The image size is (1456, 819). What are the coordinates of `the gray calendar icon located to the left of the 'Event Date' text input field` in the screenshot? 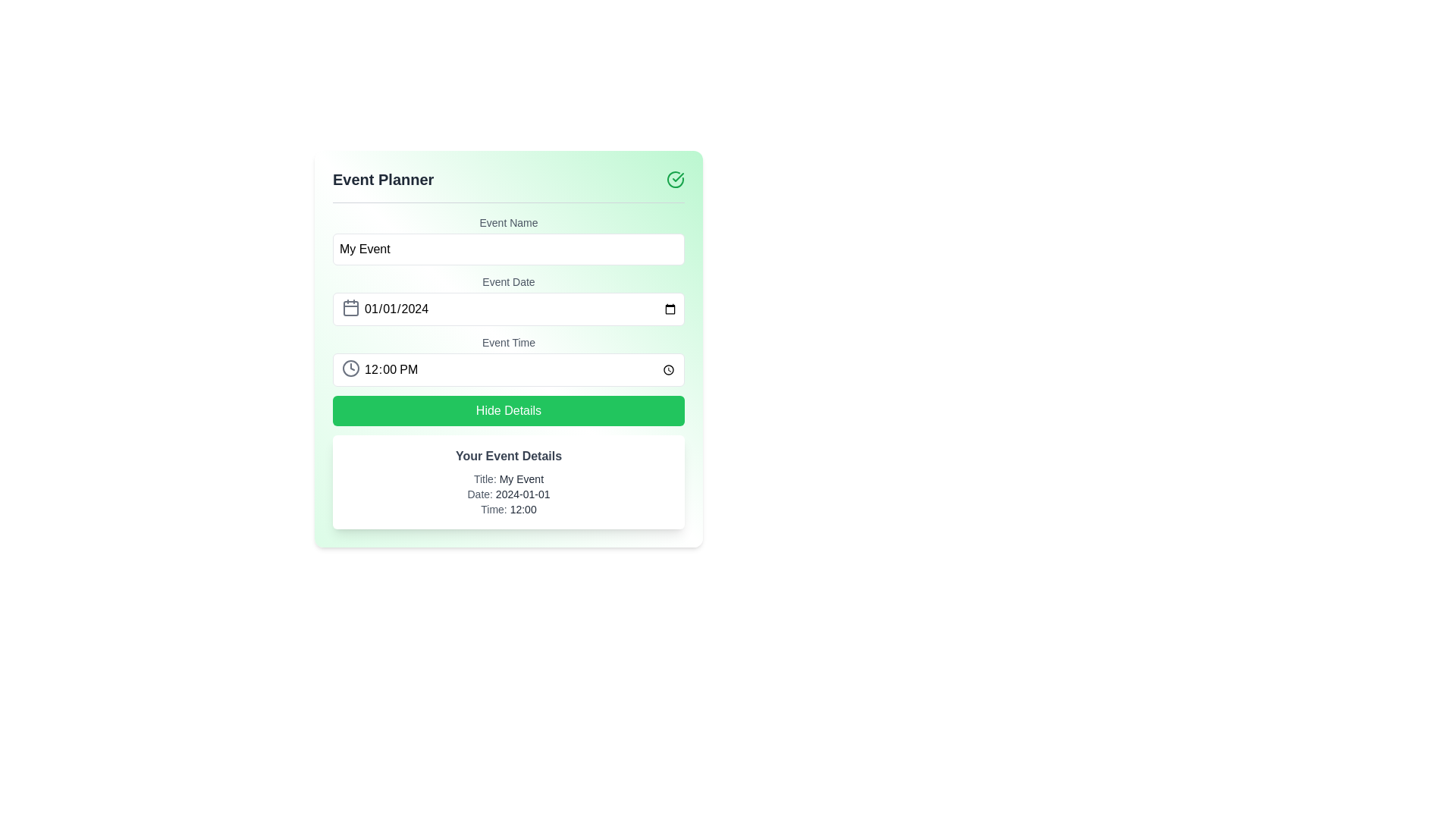 It's located at (350, 307).